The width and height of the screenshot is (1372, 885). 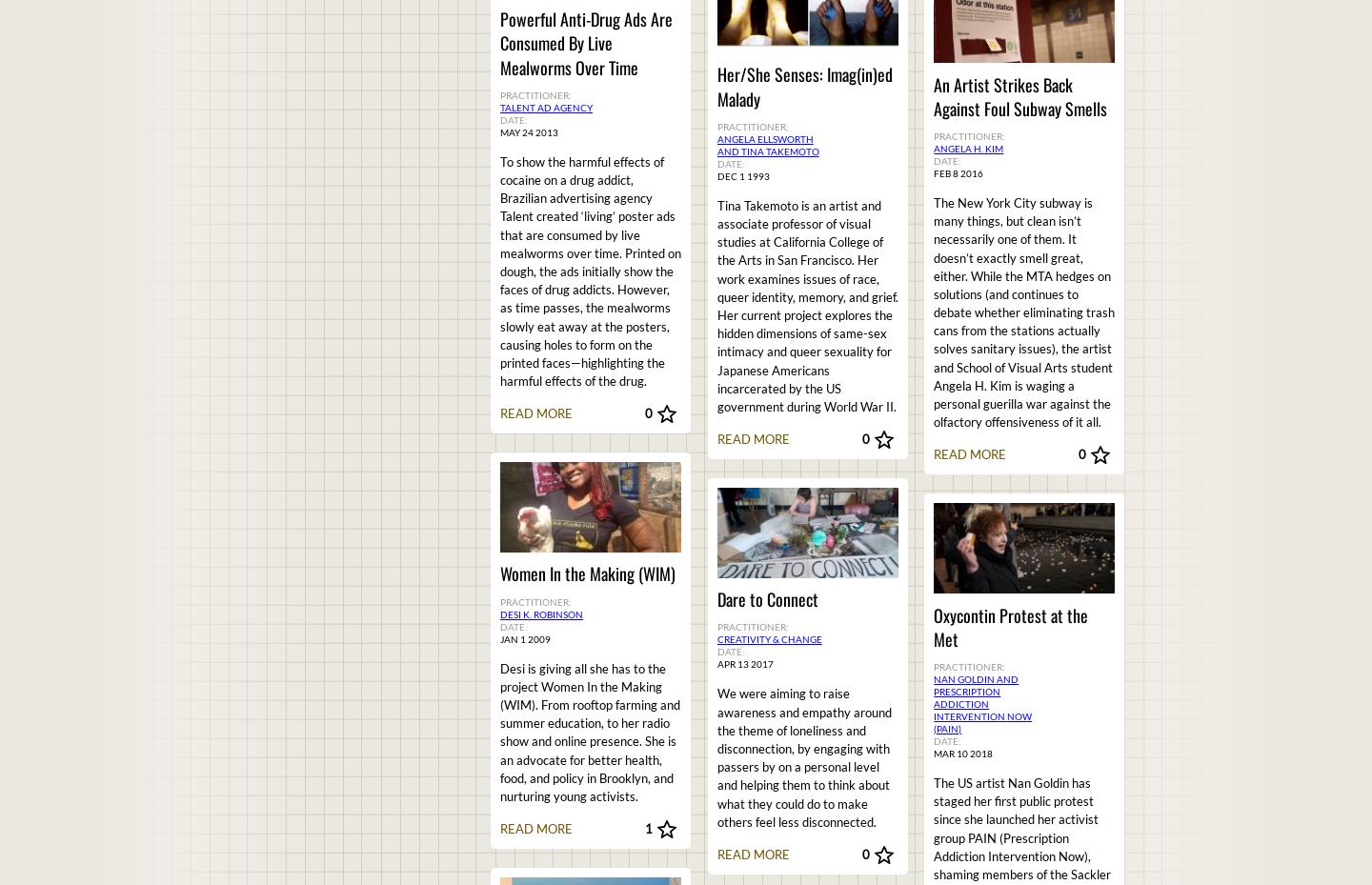 What do you see at coordinates (585, 41) in the screenshot?
I see `'Powerful Anti-Drug Ads Are Consumed By Live Mealworms Over Time'` at bounding box center [585, 41].